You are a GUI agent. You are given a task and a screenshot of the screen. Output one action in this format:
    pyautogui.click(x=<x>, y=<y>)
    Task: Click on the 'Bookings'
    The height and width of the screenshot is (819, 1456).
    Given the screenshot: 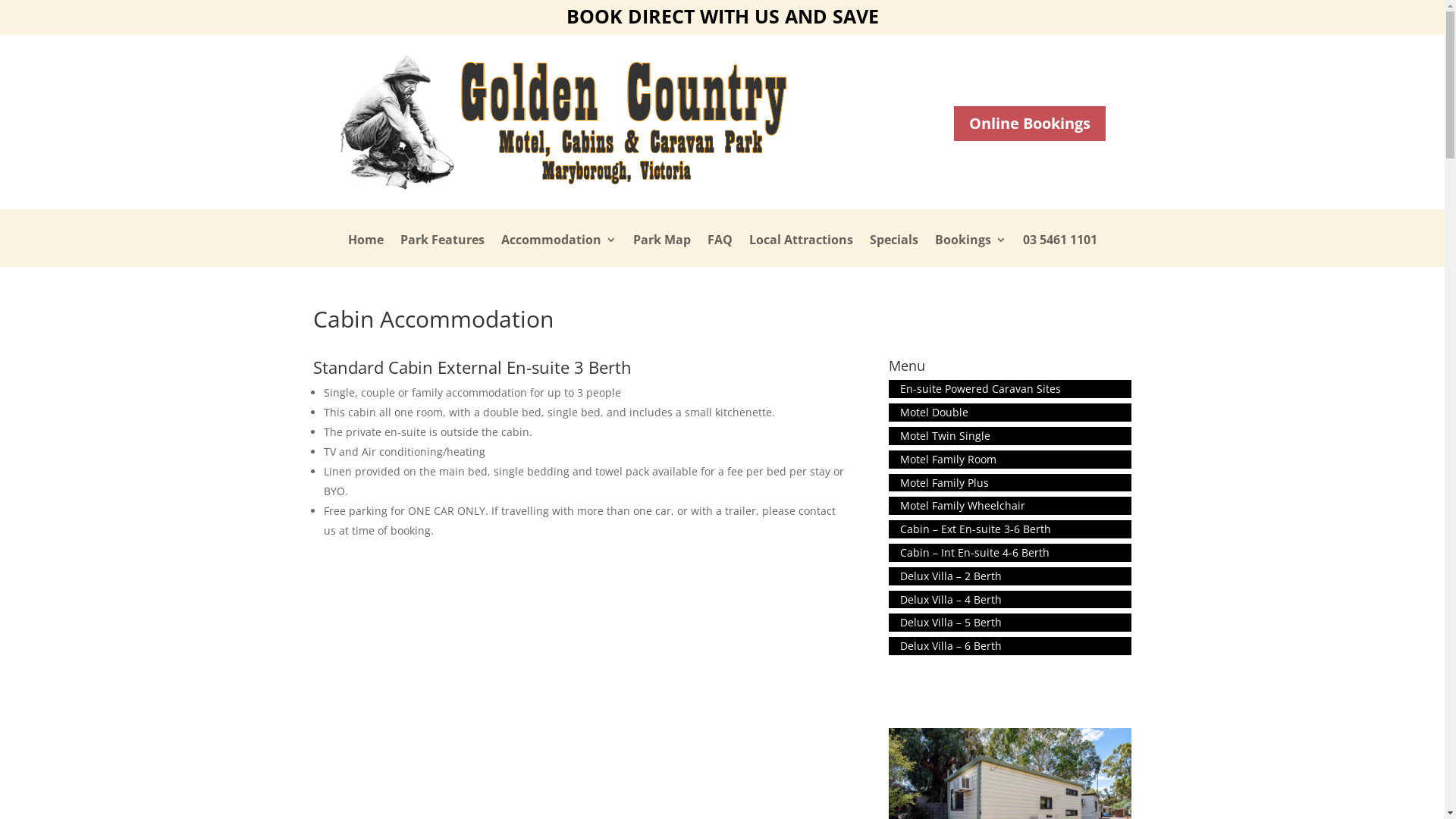 What is the action you would take?
    pyautogui.click(x=968, y=249)
    